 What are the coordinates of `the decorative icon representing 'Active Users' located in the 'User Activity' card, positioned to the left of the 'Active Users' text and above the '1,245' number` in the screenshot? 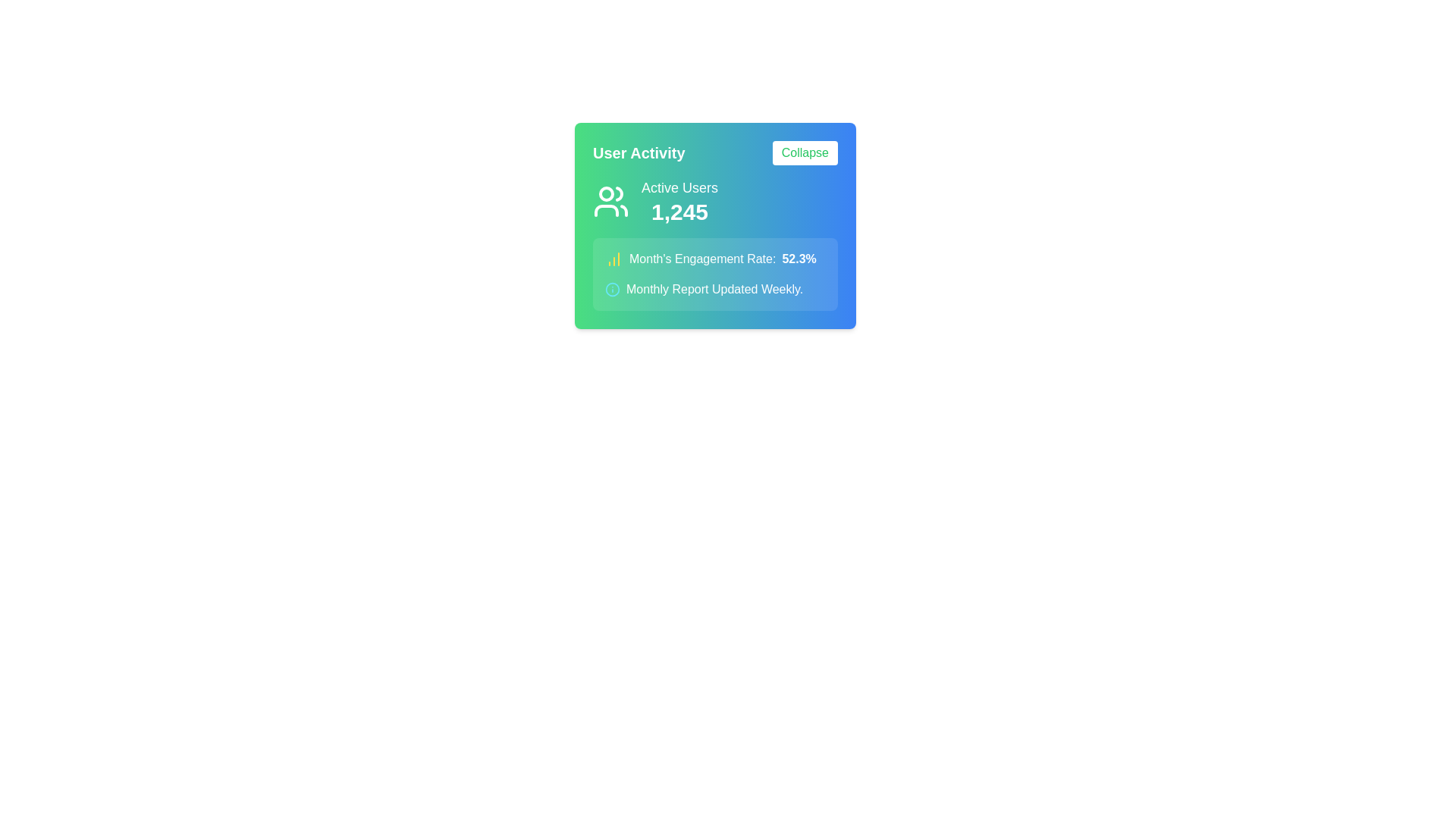 It's located at (611, 201).